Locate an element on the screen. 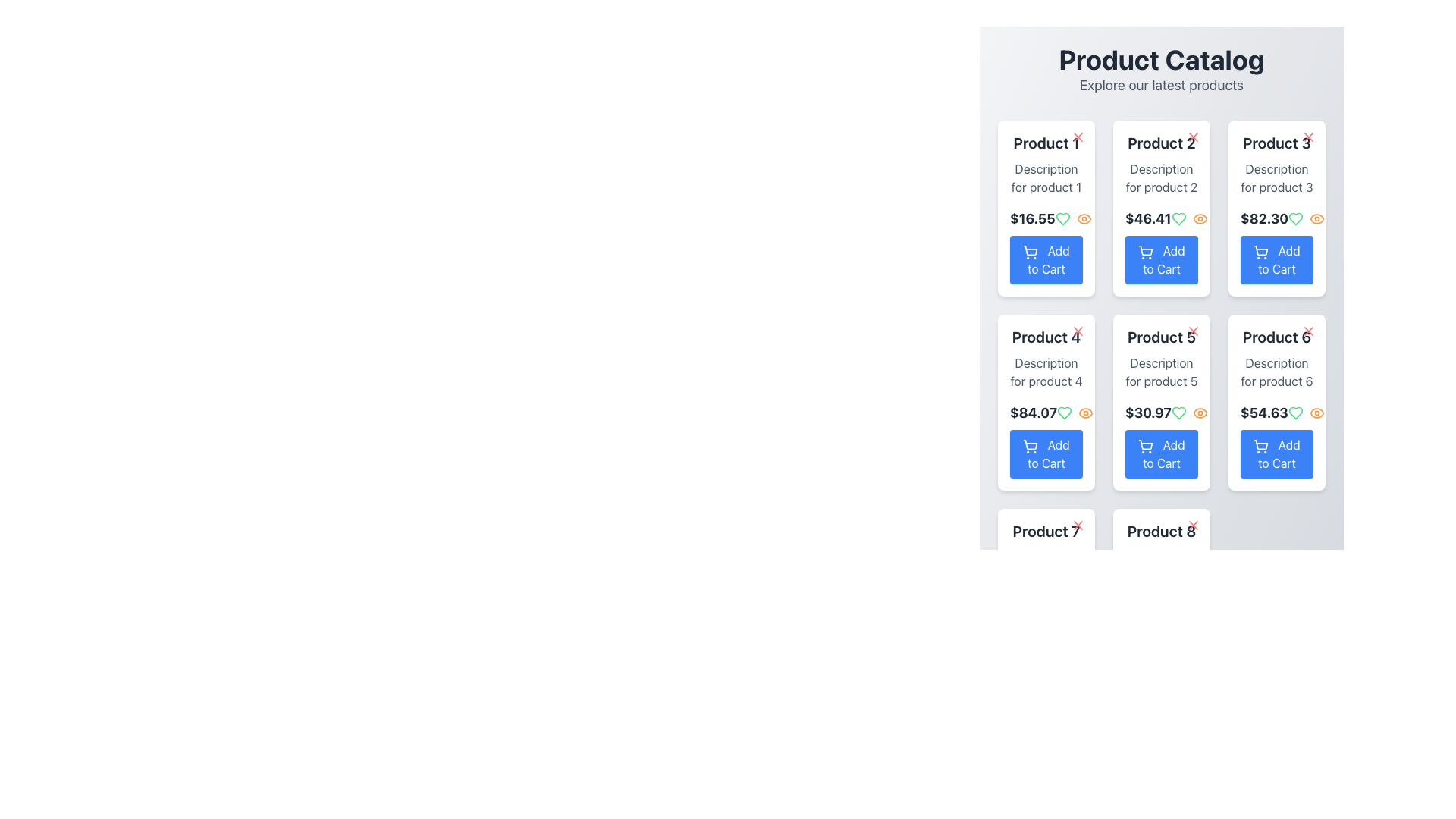 The image size is (1456, 819). the SVG graphic icon located in the top-right corner of the 'Product 2' card, which indicates the state of the product is located at coordinates (1193, 137).